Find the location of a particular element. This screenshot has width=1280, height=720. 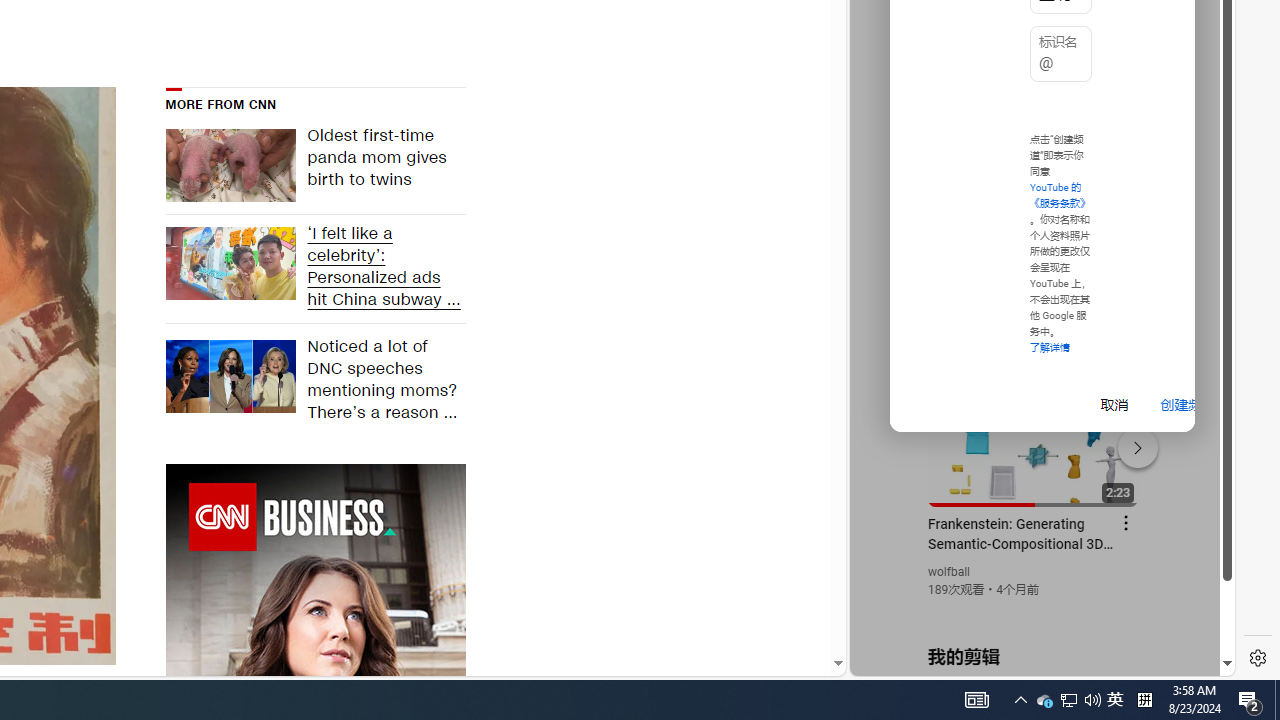

'wolfball' is located at coordinates (948, 572).